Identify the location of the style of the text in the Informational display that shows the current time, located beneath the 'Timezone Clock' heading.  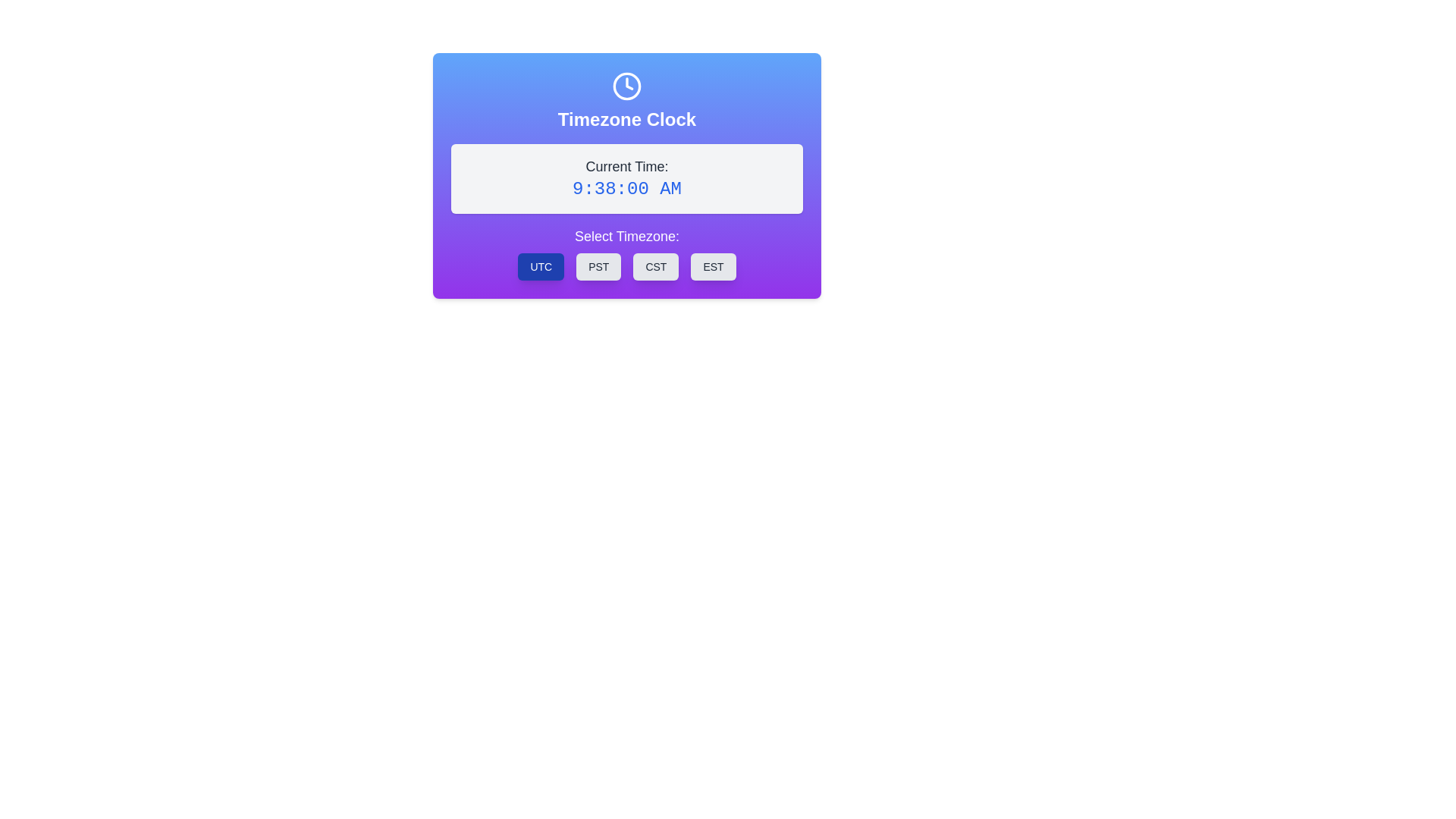
(626, 177).